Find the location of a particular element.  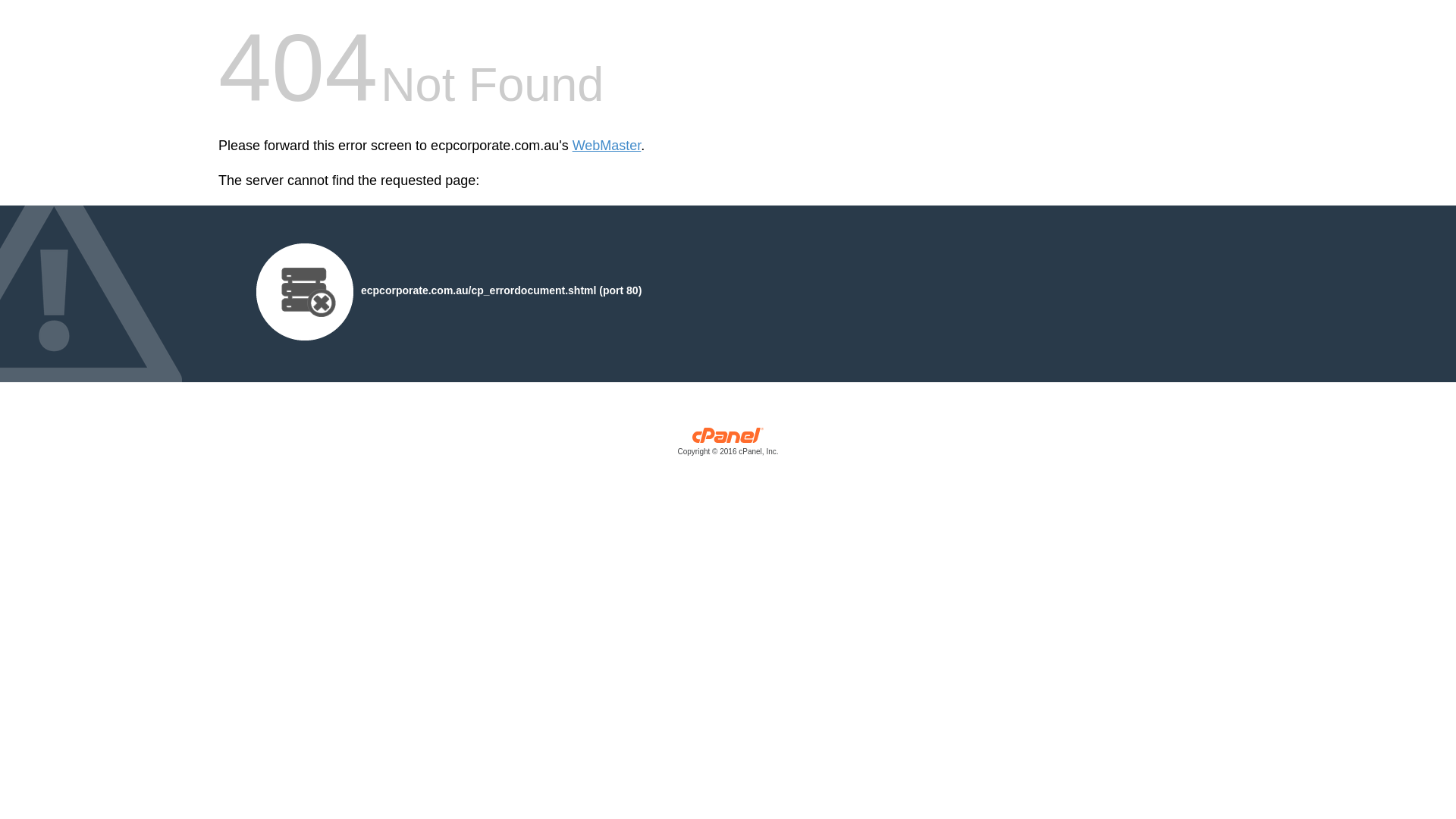

'WebMaster' is located at coordinates (607, 146).